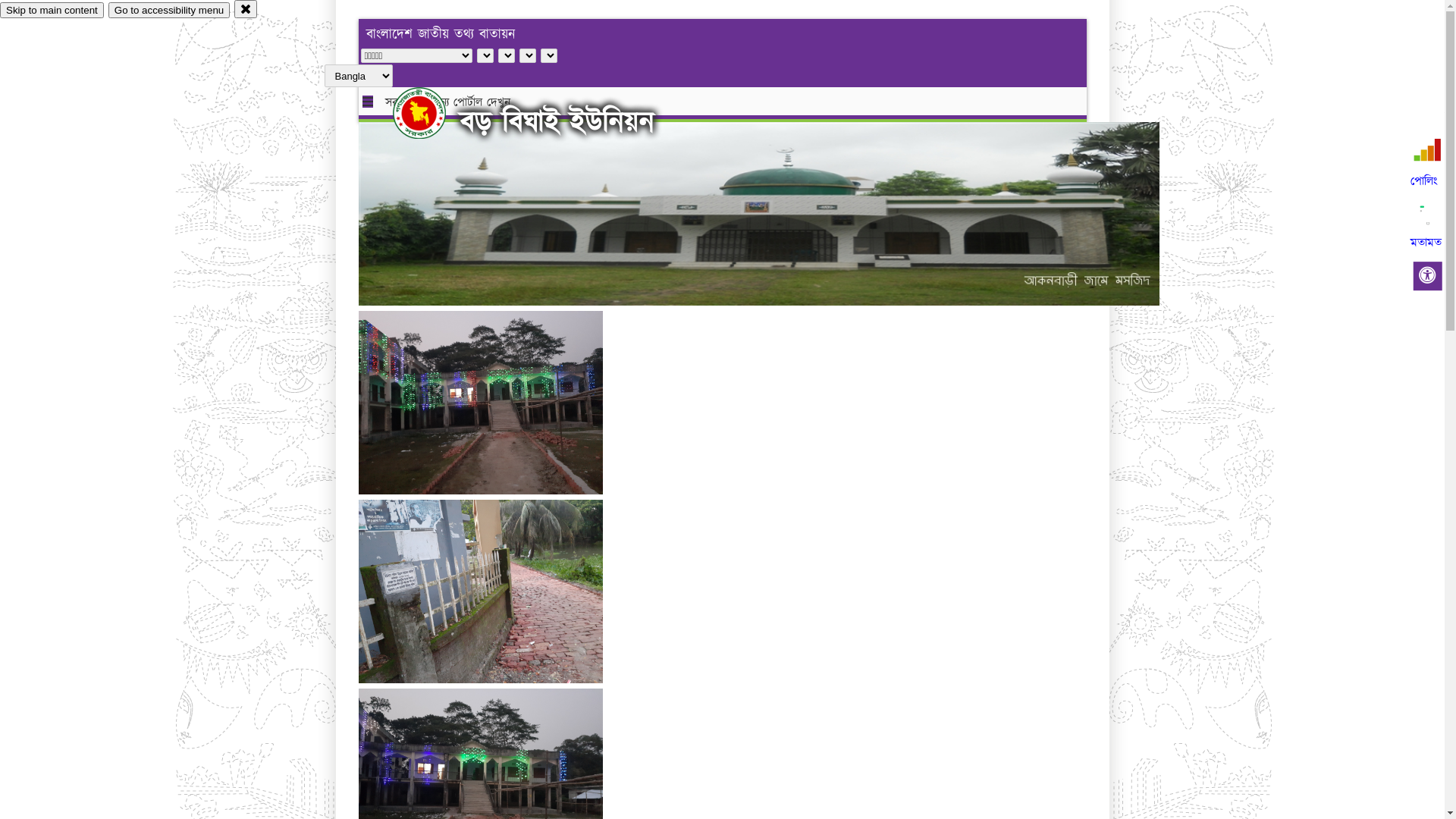 This screenshot has width=1456, height=819. I want to click on ', so click(393, 112).